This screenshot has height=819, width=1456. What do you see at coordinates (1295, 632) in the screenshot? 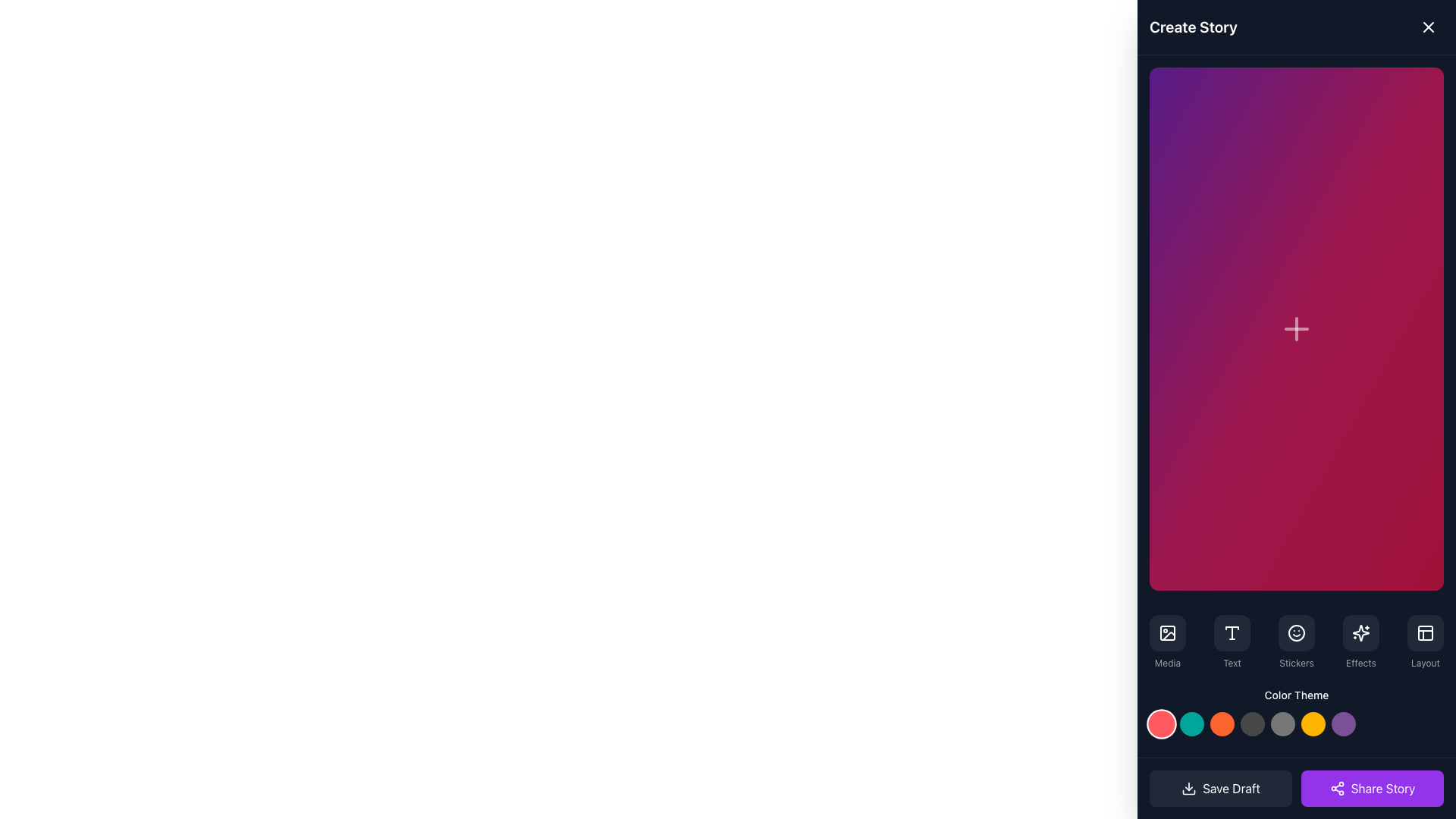
I see `the outer circular part of the smiley face icon located in the sidebar's stickers section` at bounding box center [1295, 632].